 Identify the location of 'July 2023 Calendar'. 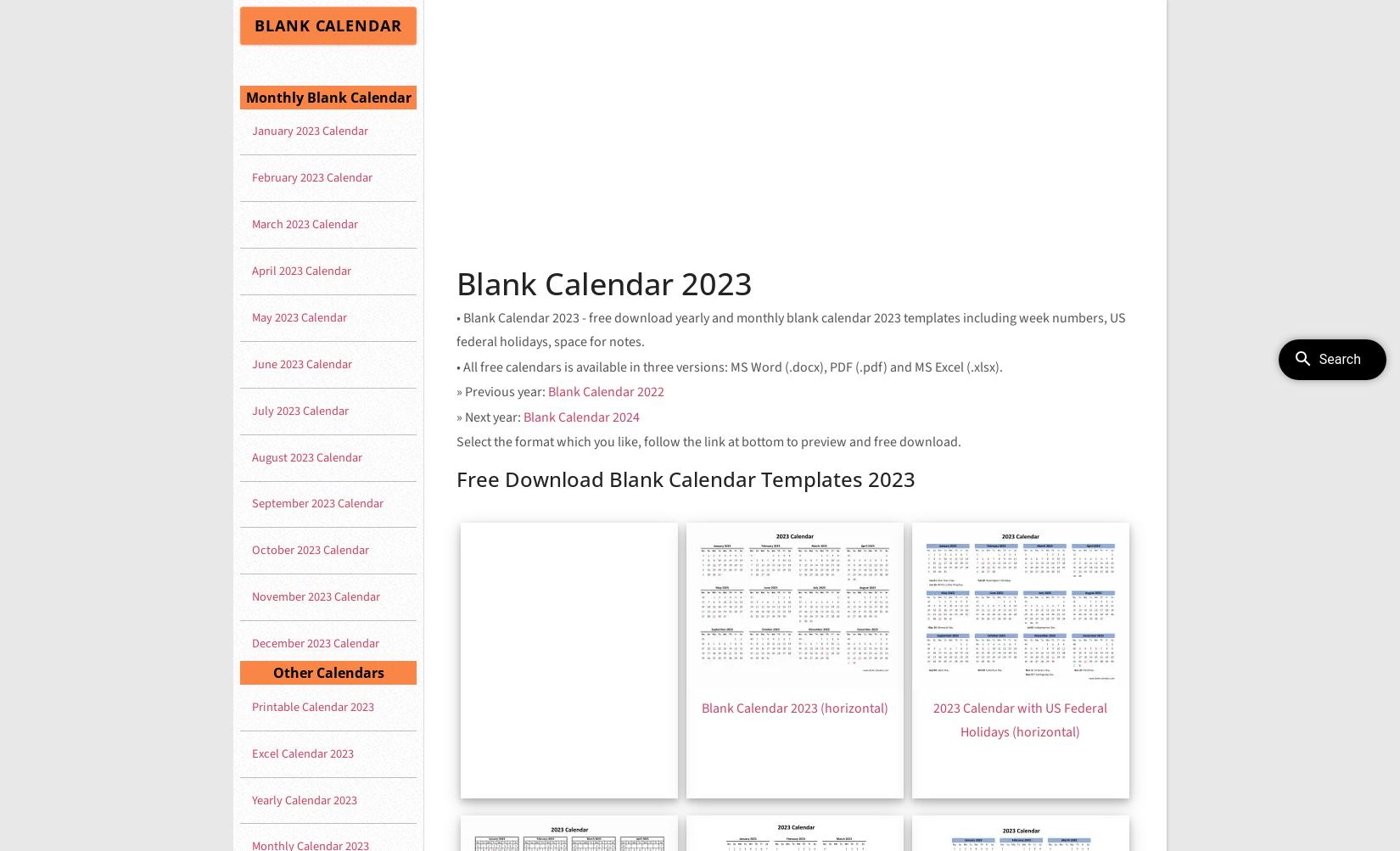
(300, 410).